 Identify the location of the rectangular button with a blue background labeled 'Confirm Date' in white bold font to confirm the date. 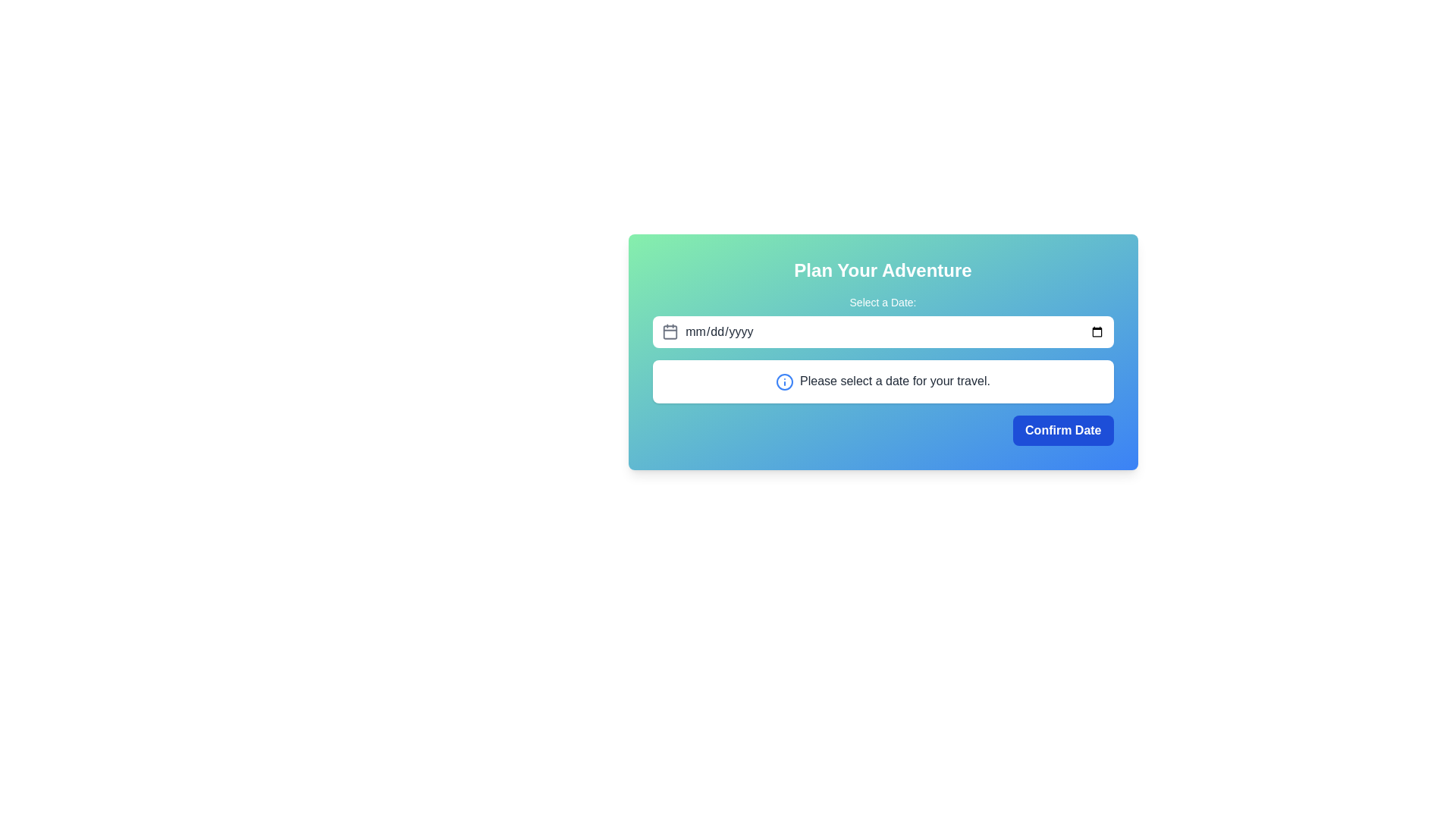
(1062, 430).